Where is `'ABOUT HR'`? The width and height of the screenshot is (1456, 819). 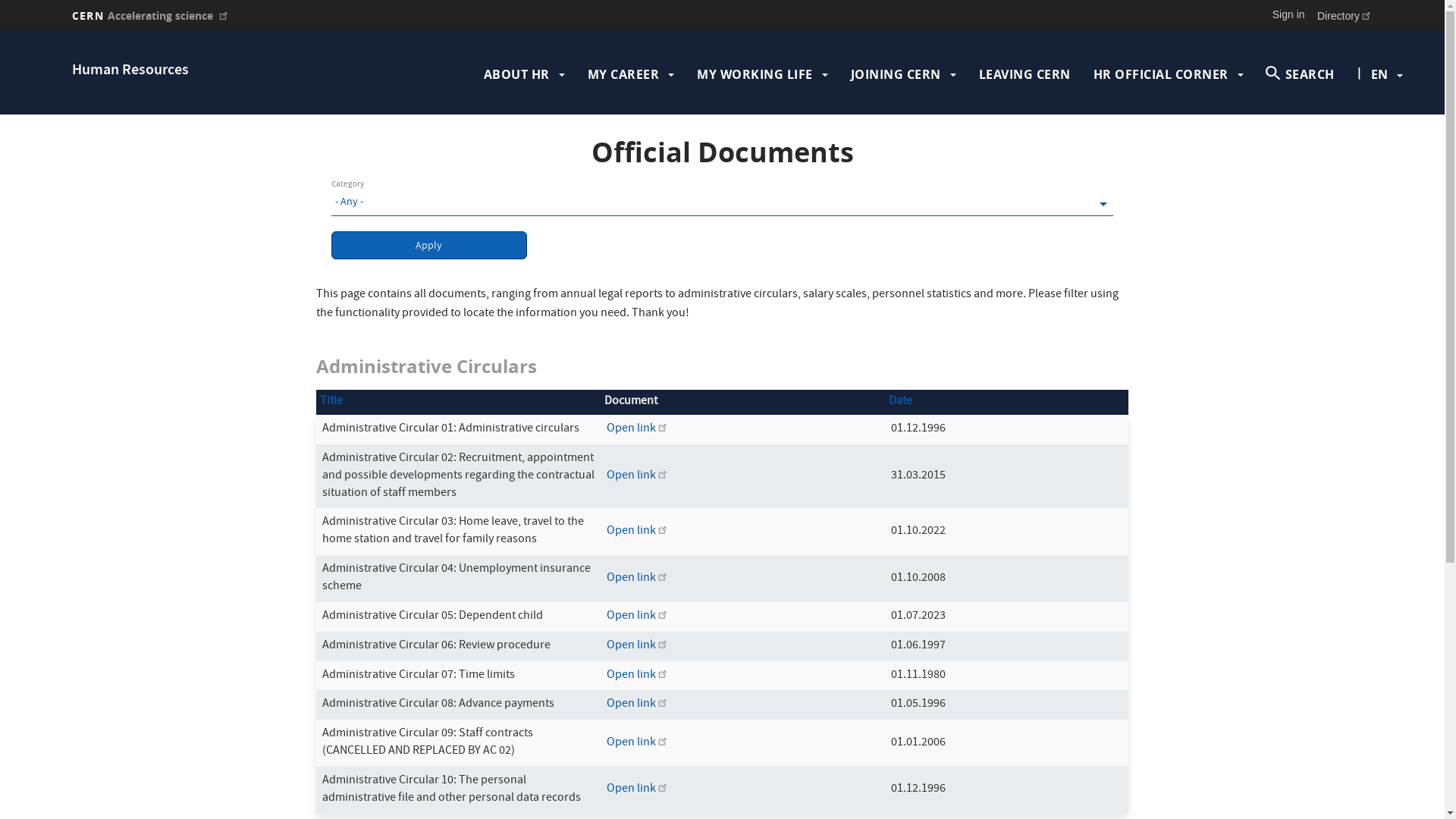
'ABOUT HR' is located at coordinates (516, 74).